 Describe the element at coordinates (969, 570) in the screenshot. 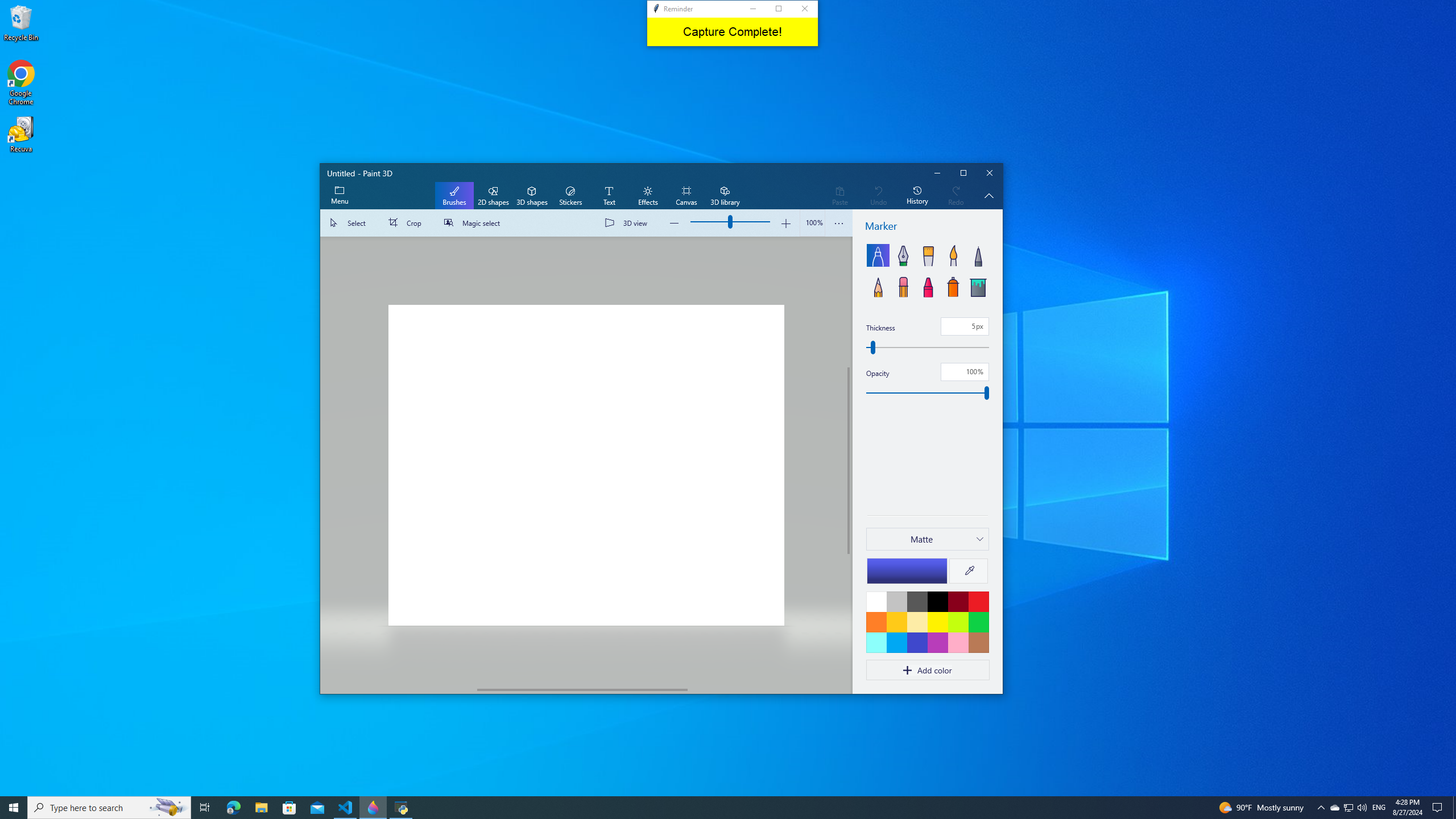

I see `'Eyedropper'` at that location.